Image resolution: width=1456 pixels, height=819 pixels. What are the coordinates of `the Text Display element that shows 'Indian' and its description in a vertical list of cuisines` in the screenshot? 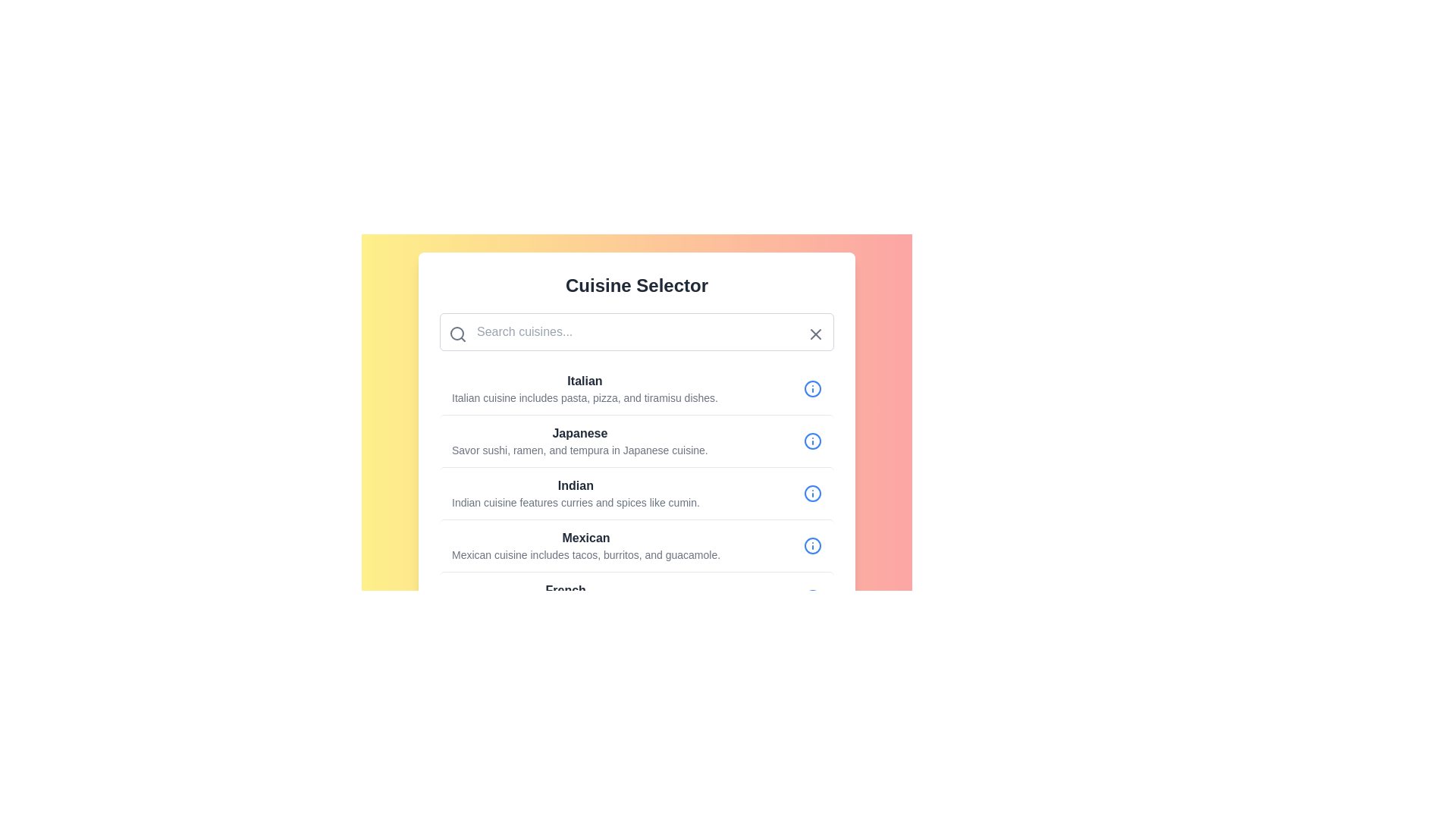 It's located at (575, 494).